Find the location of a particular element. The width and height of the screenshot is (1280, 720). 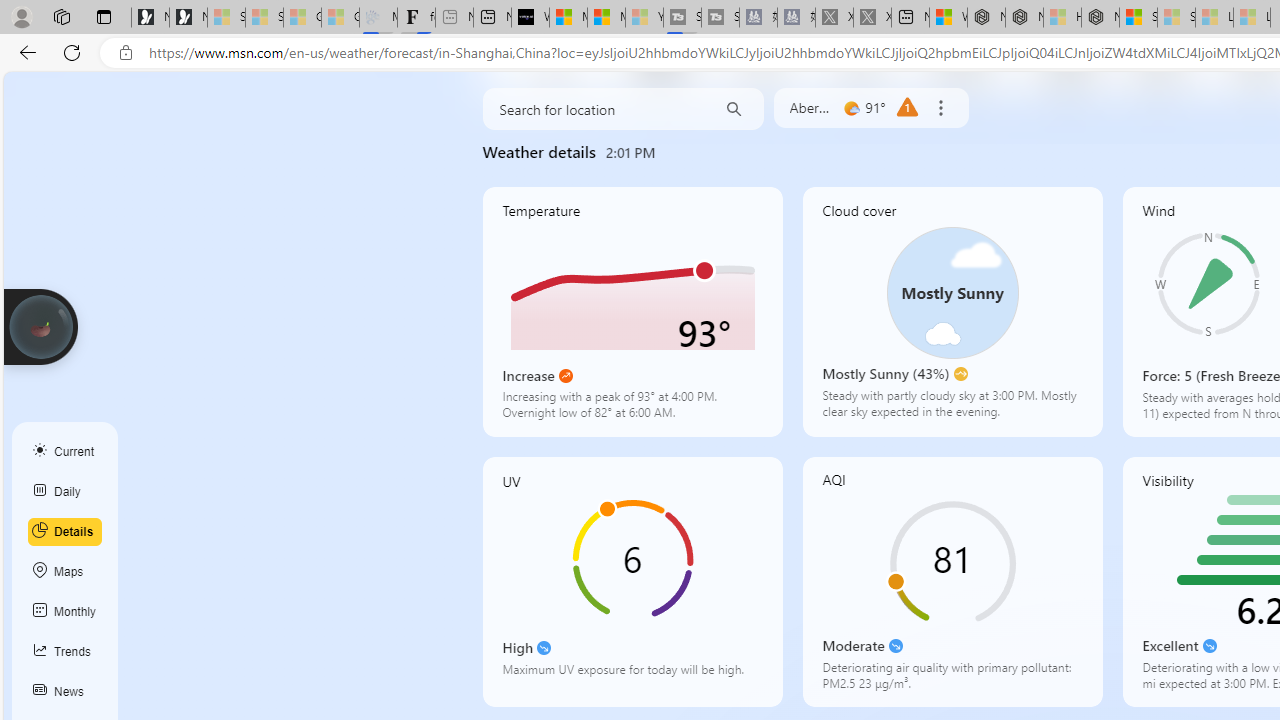

'Monthly' is located at coordinates (65, 611).